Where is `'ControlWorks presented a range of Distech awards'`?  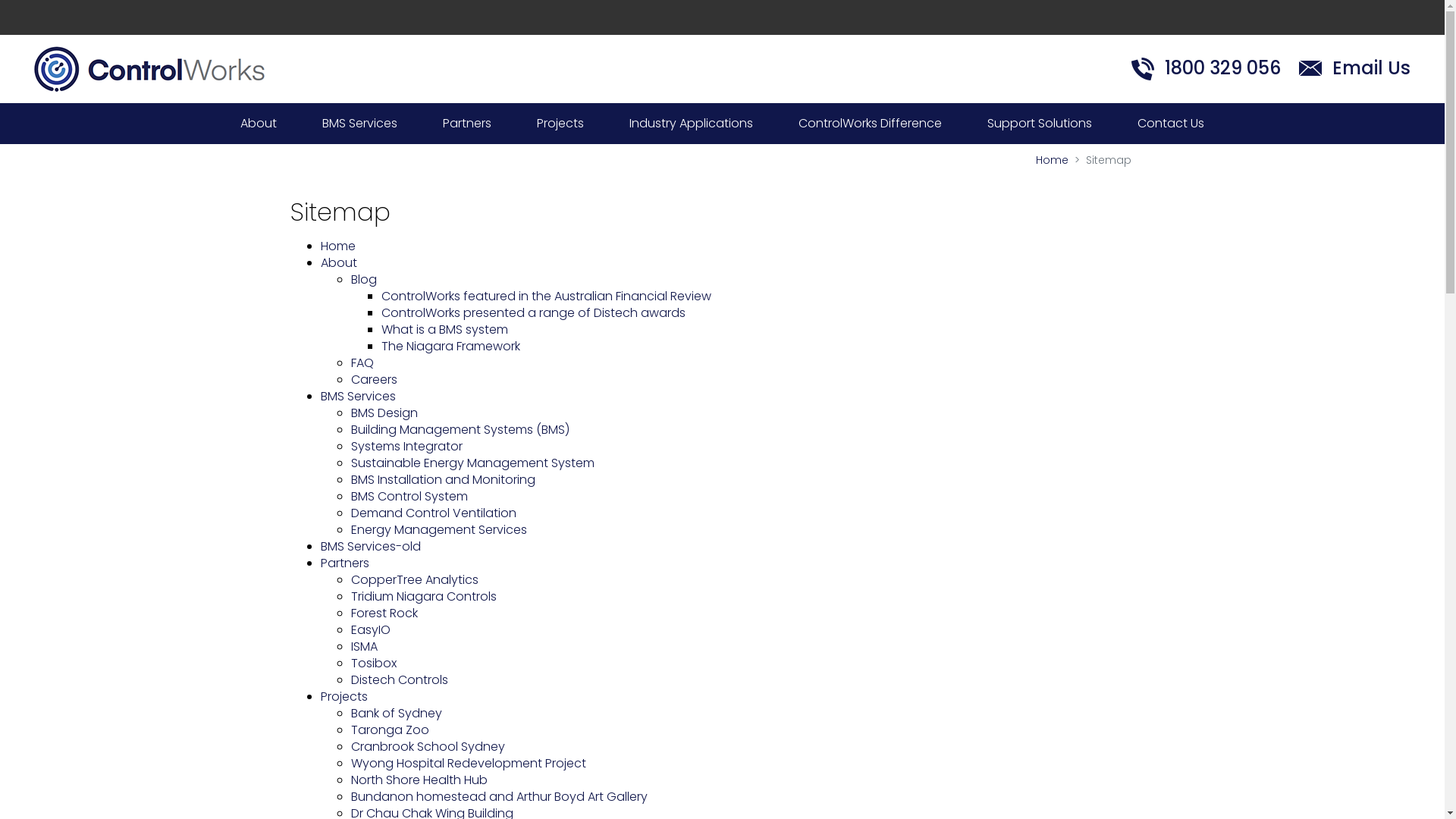
'ControlWorks presented a range of Distech awards' is located at coordinates (532, 312).